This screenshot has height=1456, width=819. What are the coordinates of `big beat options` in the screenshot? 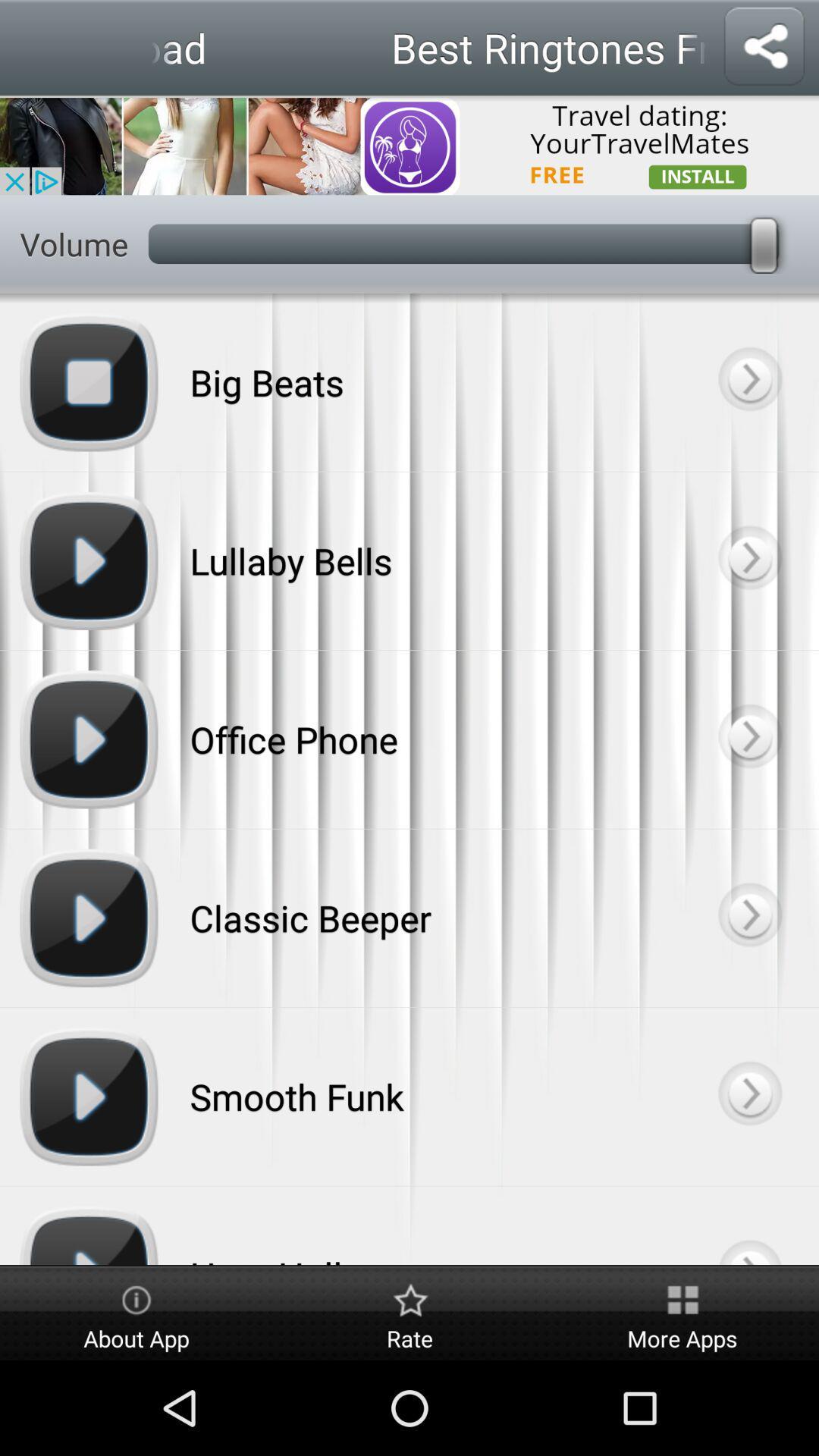 It's located at (748, 382).